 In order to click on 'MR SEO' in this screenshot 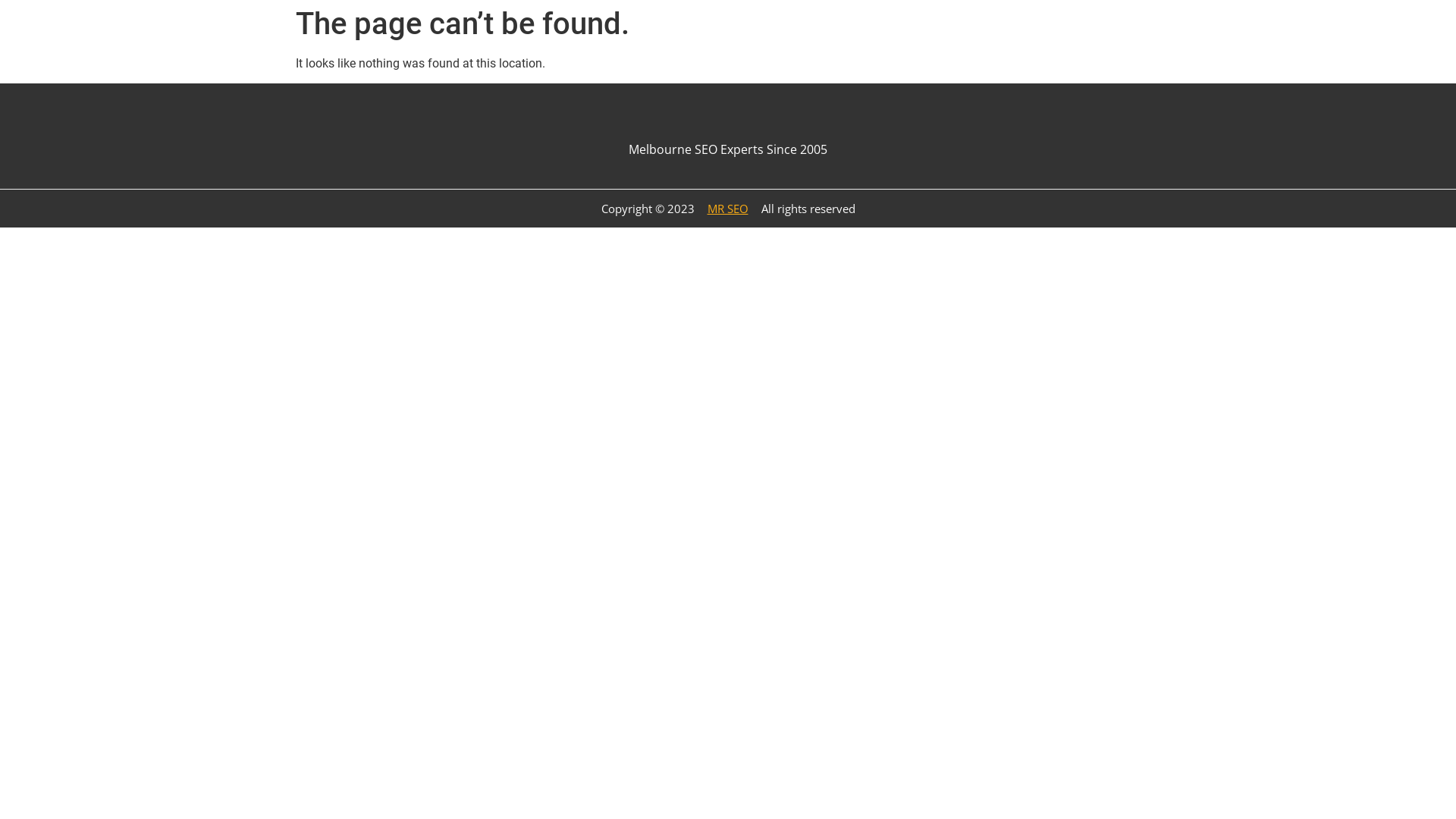, I will do `click(728, 208)`.